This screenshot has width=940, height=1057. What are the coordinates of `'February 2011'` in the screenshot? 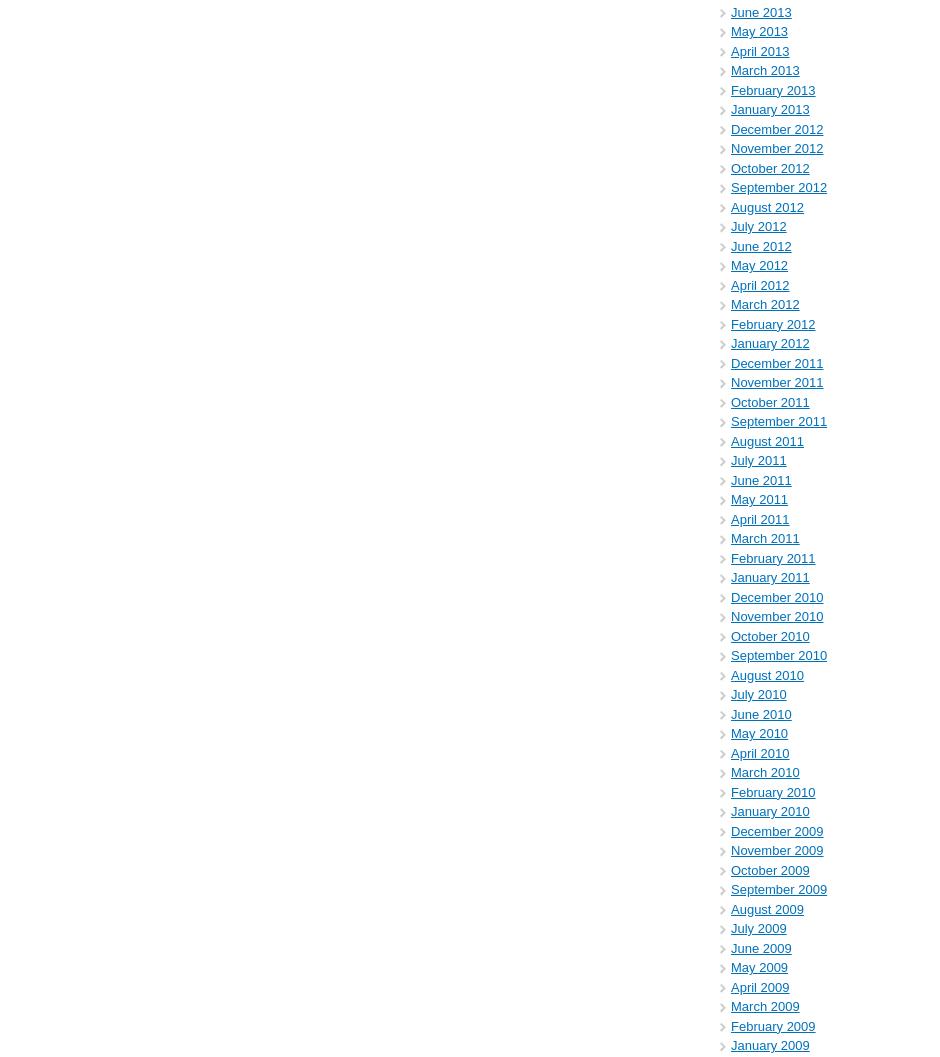 It's located at (771, 556).